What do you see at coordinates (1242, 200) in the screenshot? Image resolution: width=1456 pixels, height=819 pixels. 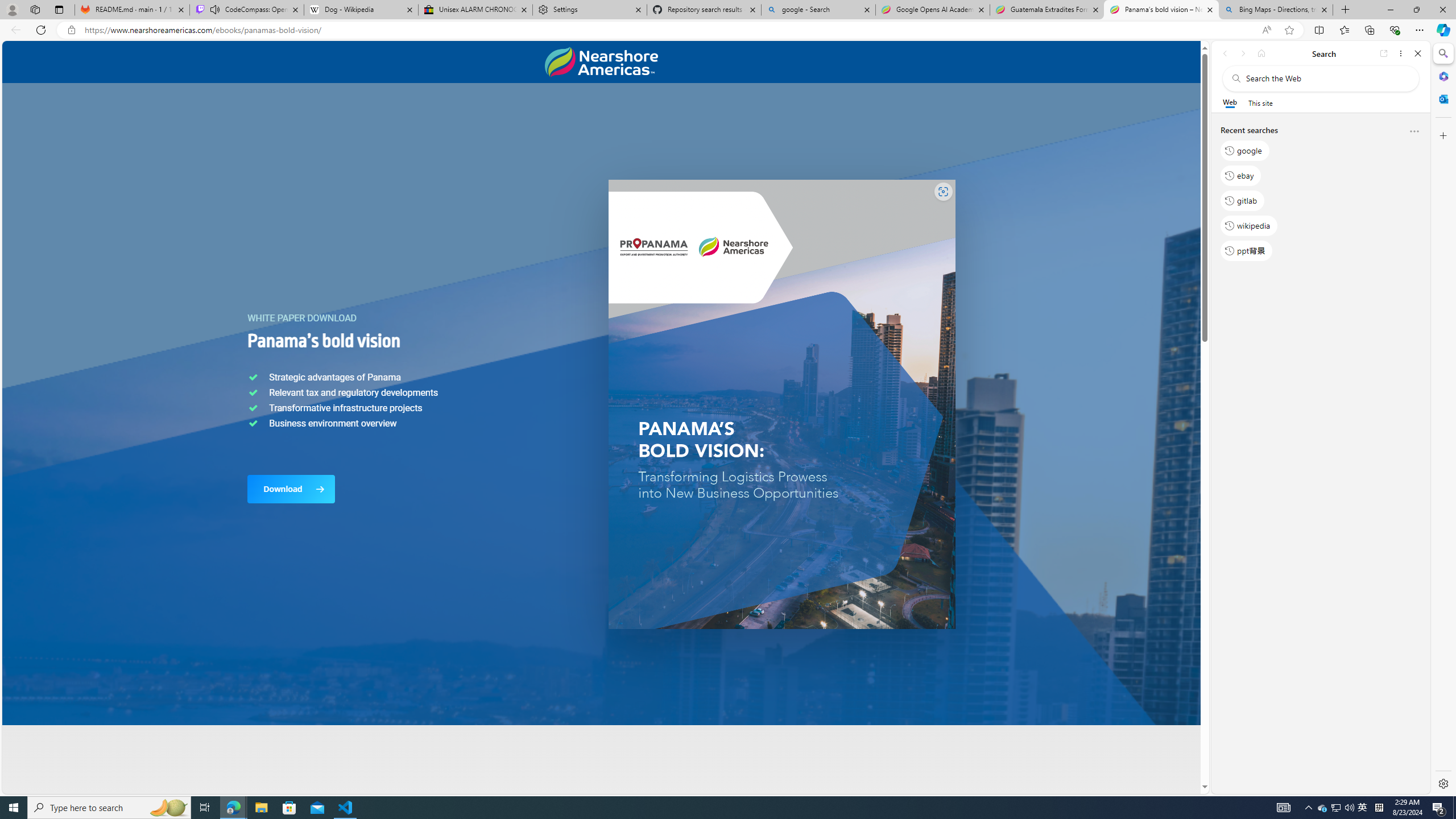 I see `'gitlab'` at bounding box center [1242, 200].